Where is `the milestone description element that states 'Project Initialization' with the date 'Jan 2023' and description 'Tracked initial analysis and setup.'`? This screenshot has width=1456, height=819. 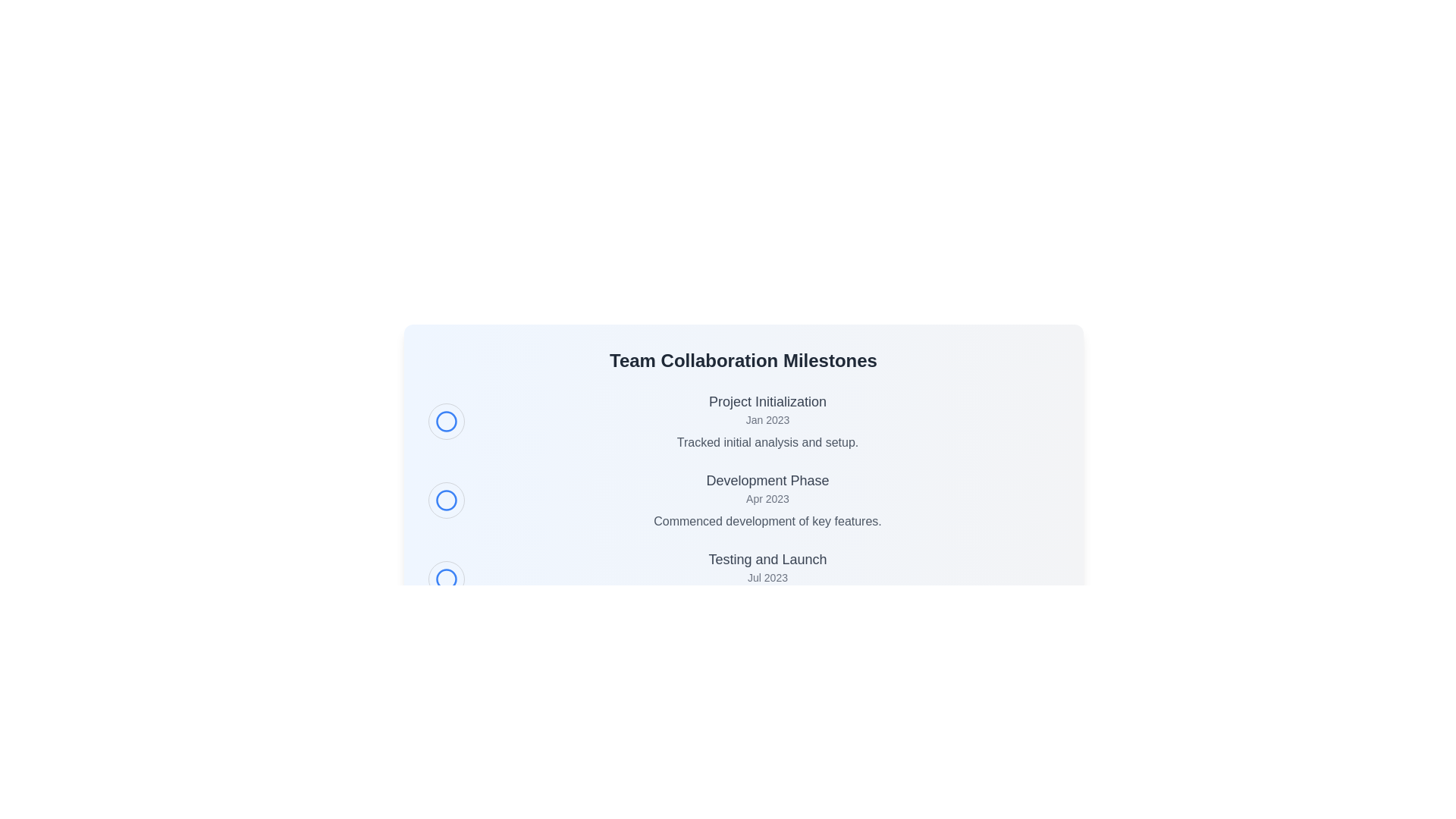 the milestone description element that states 'Project Initialization' with the date 'Jan 2023' and description 'Tracked initial analysis and setup.' is located at coordinates (767, 421).